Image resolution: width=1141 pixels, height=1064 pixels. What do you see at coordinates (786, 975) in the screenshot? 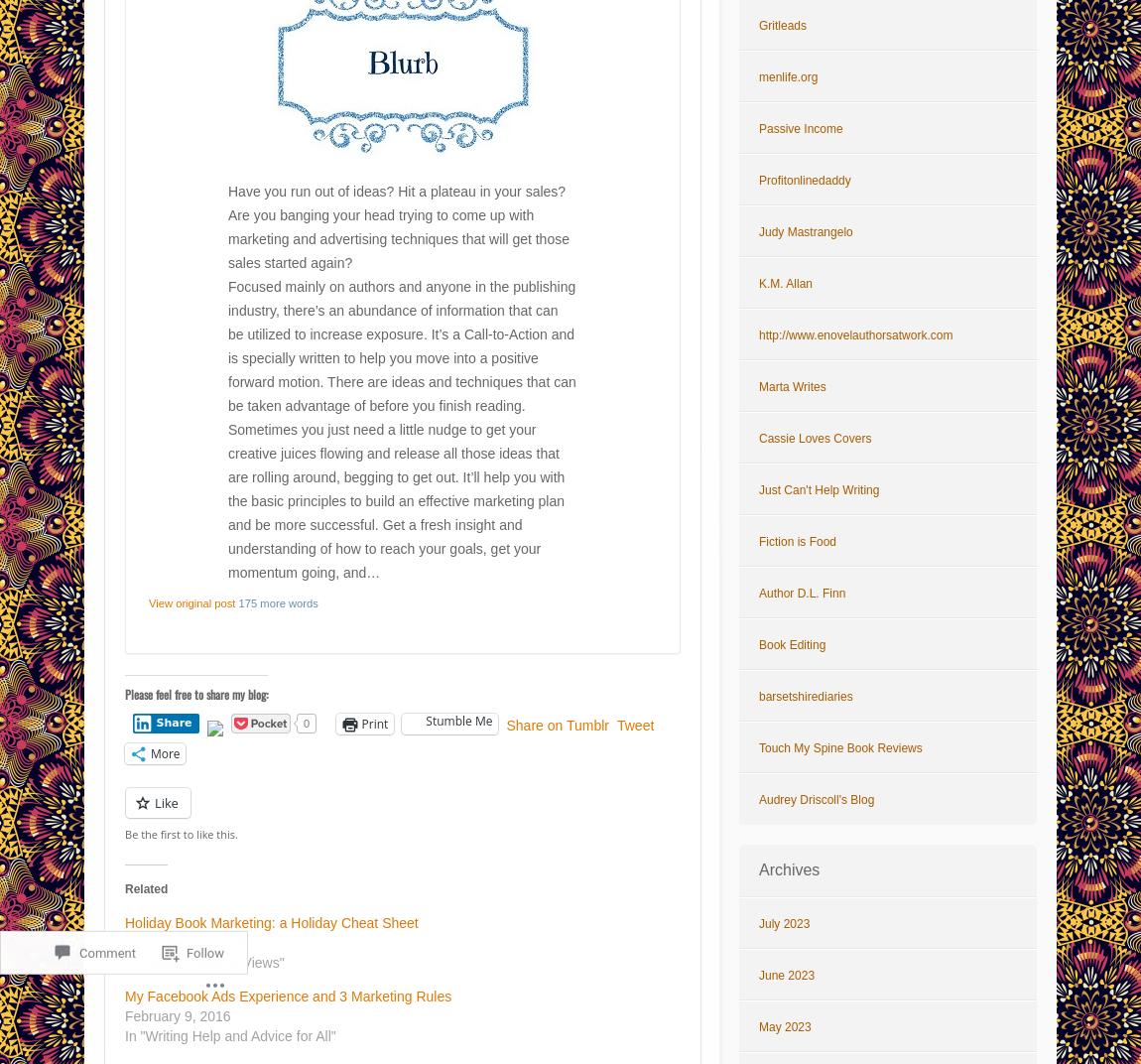
I see `'June 2023'` at bounding box center [786, 975].